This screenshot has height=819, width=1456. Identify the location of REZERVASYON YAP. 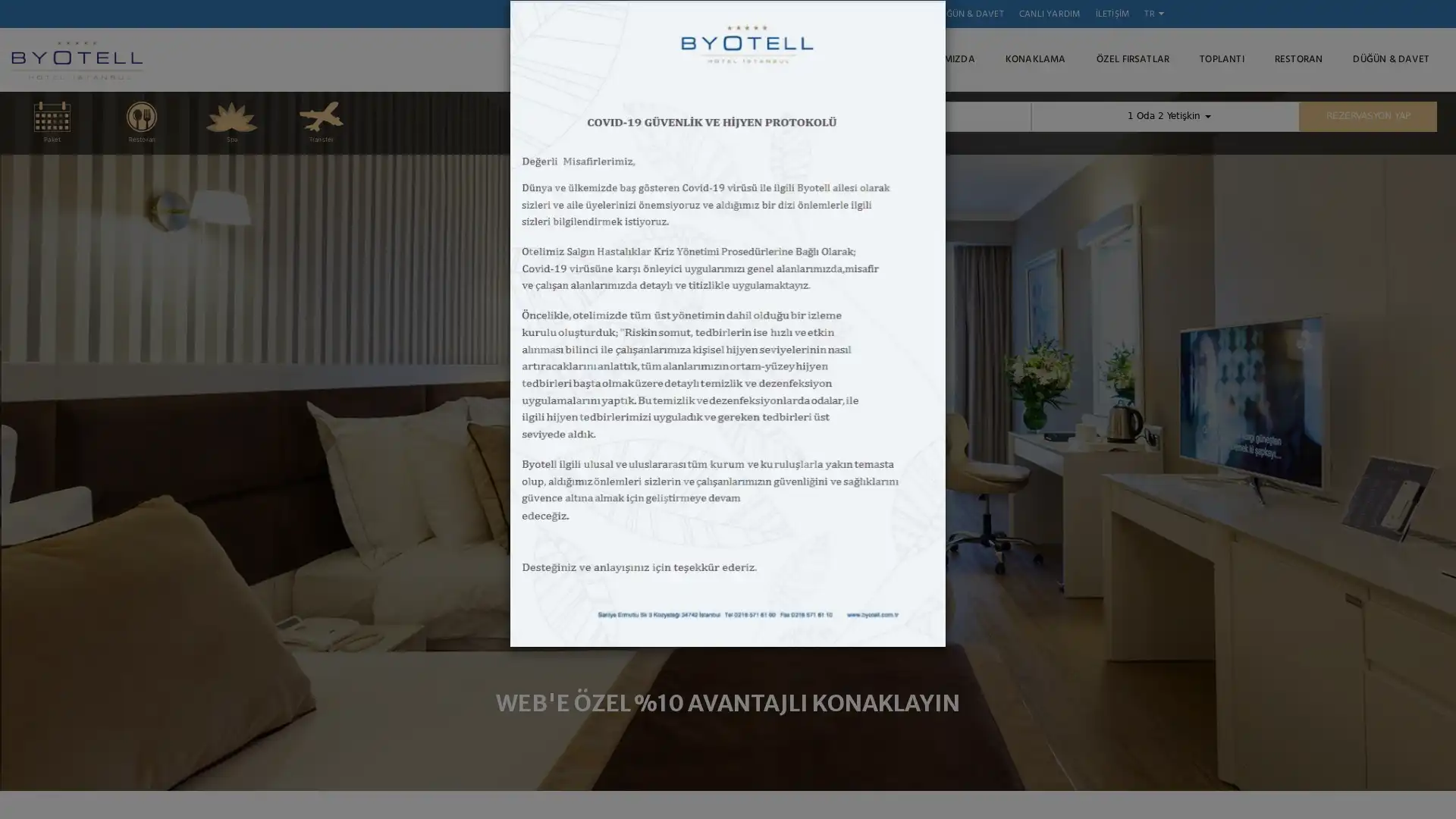
(1367, 116).